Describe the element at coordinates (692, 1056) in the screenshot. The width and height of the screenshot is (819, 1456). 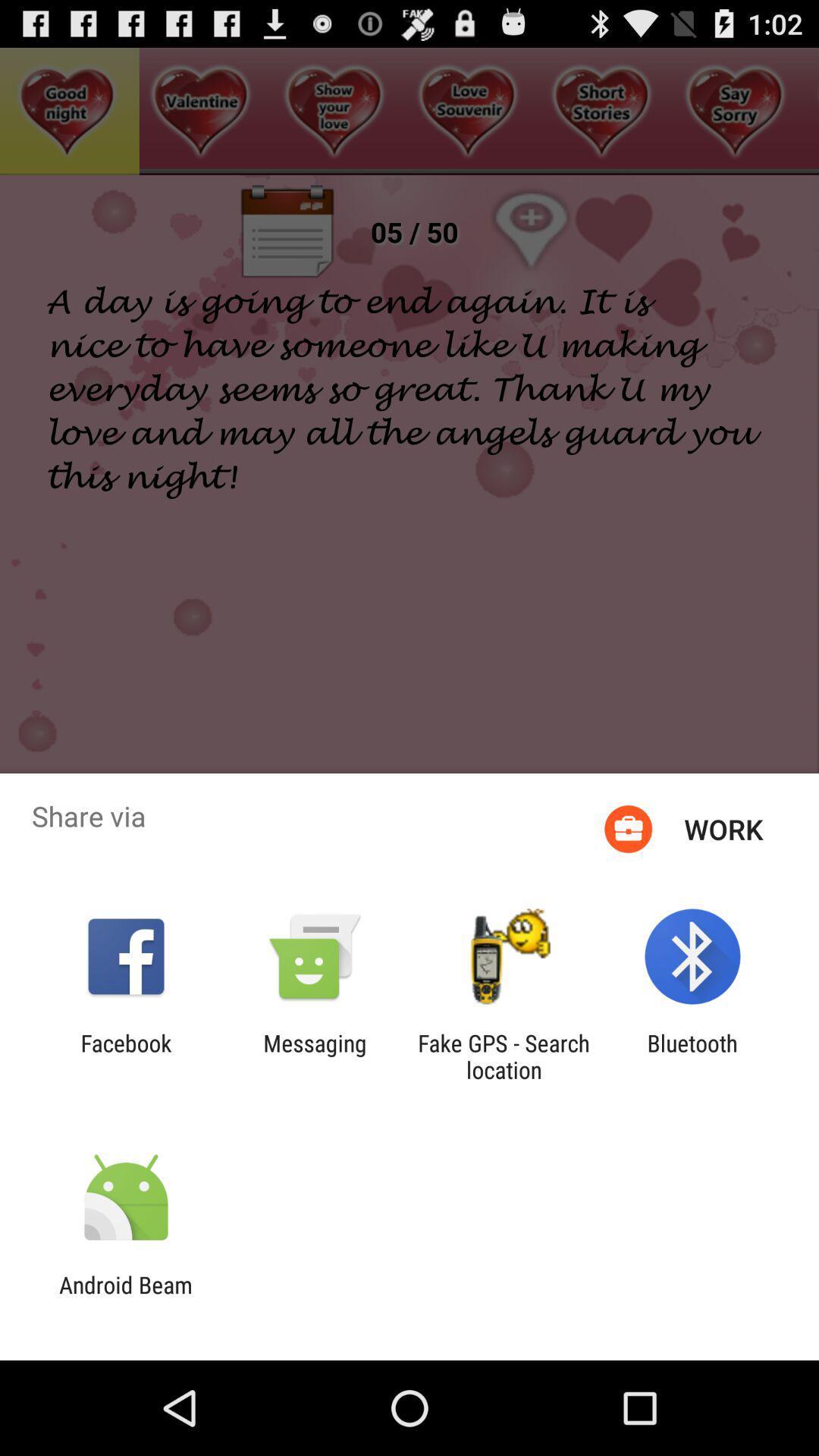
I see `the bluetooth icon` at that location.